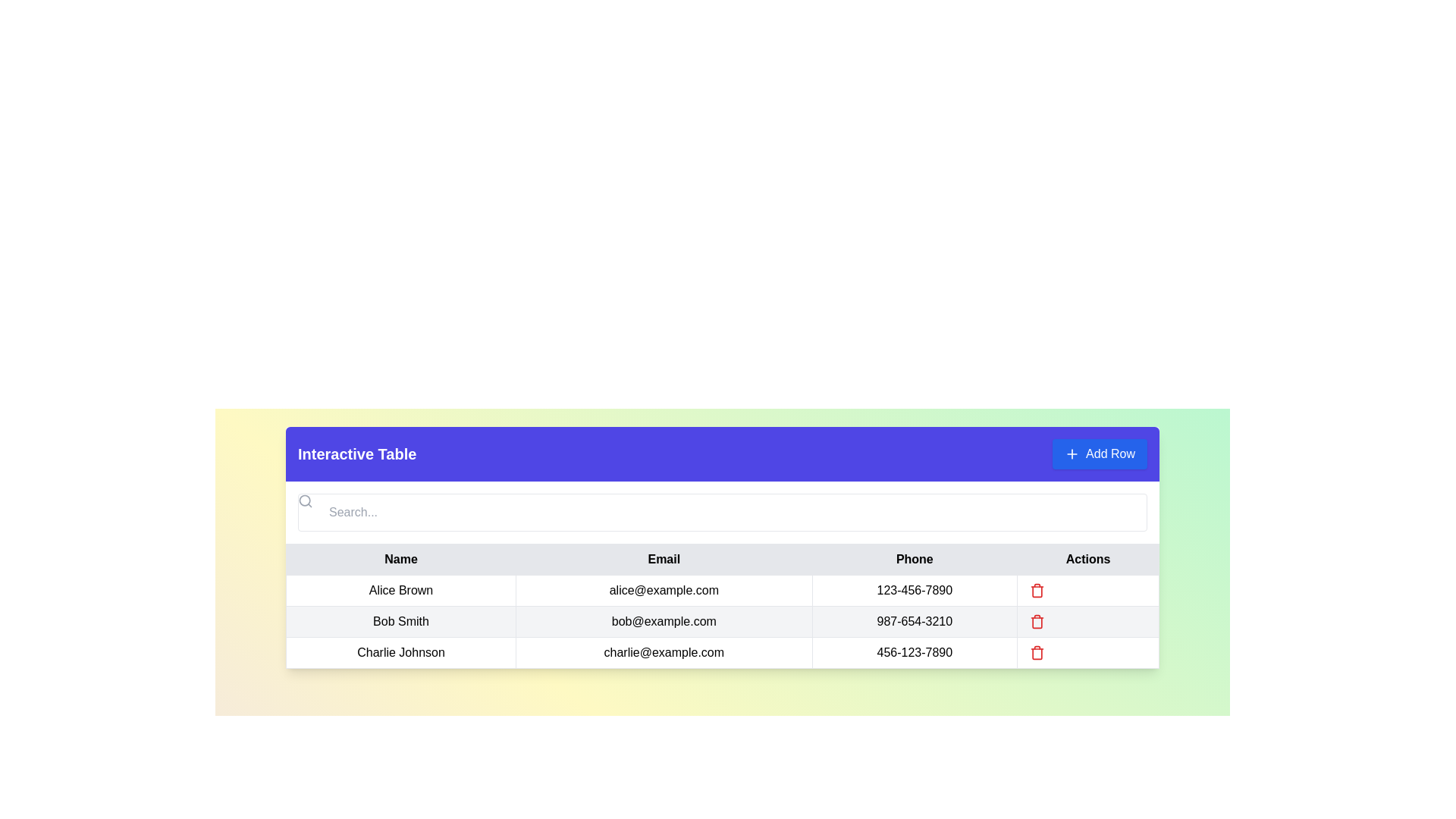 Image resolution: width=1456 pixels, height=819 pixels. Describe the element at coordinates (664, 559) in the screenshot. I see `the 'Email' column header in the table to focus on it` at that location.